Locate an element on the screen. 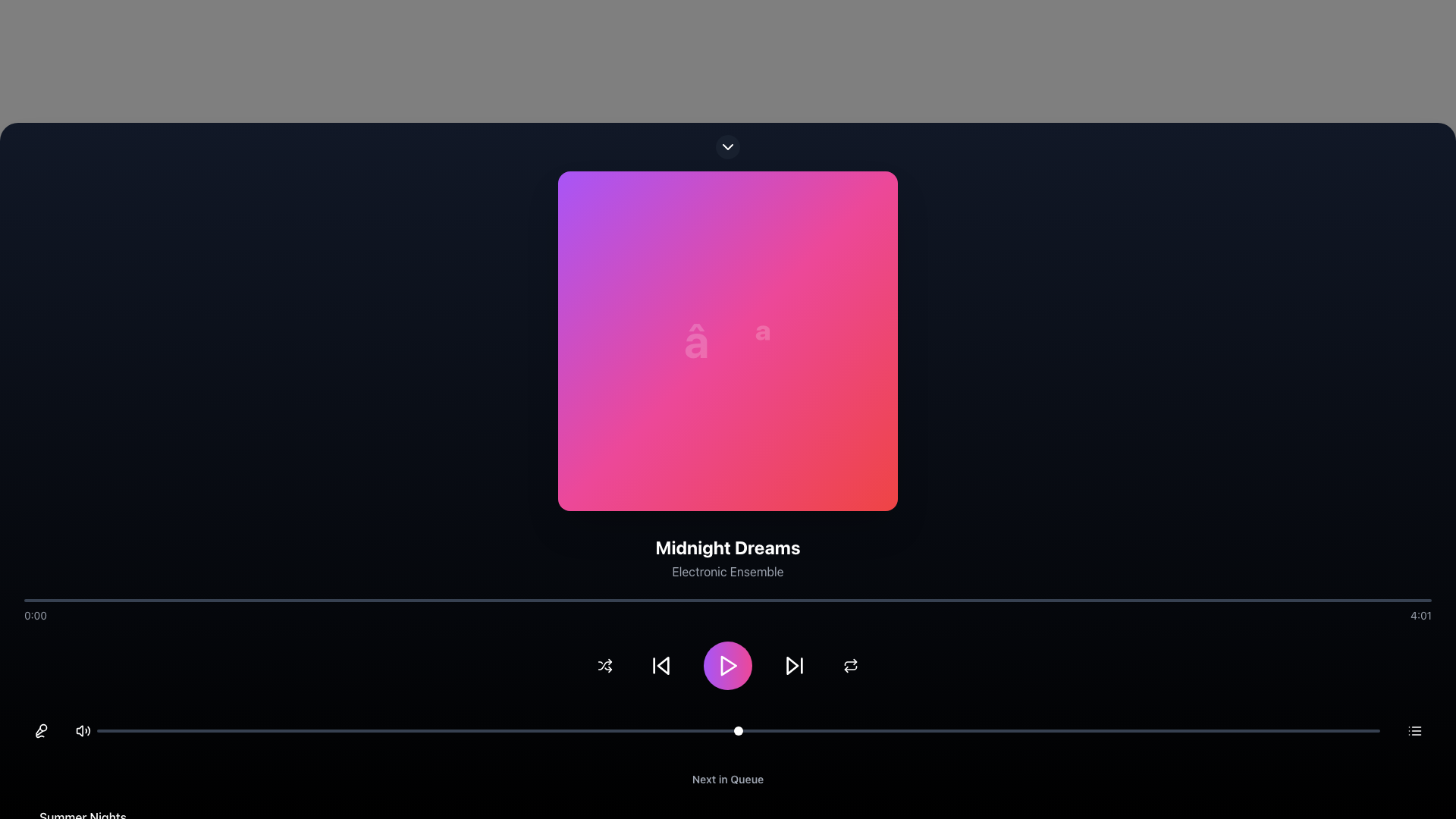 Image resolution: width=1456 pixels, height=819 pixels. the text label indicating the queue of upcoming items, which is positioned at the bottom of the interface below the playback controls is located at coordinates (728, 780).